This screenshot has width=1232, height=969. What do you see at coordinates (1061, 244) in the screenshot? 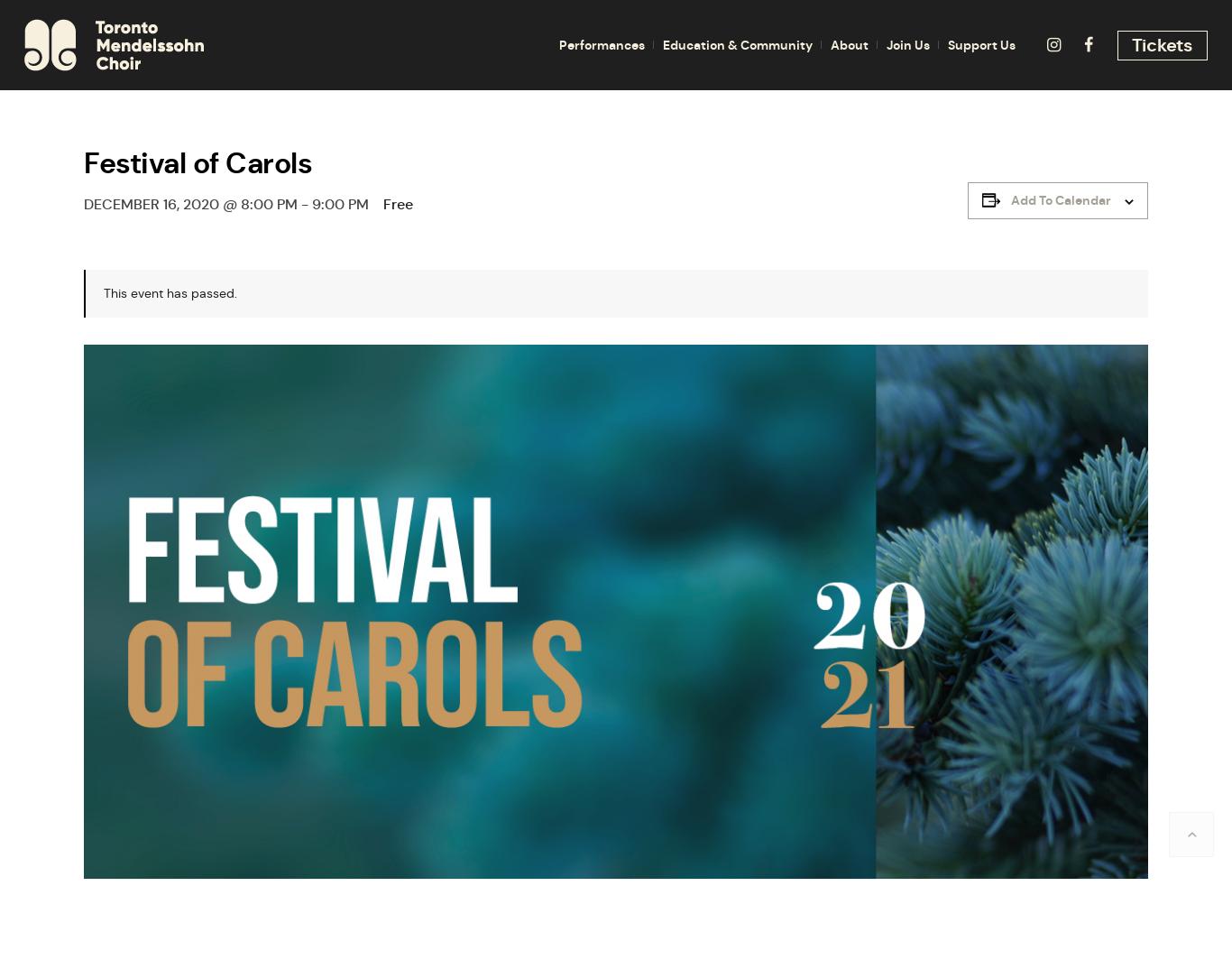
I see `'Program Notes'` at bounding box center [1061, 244].